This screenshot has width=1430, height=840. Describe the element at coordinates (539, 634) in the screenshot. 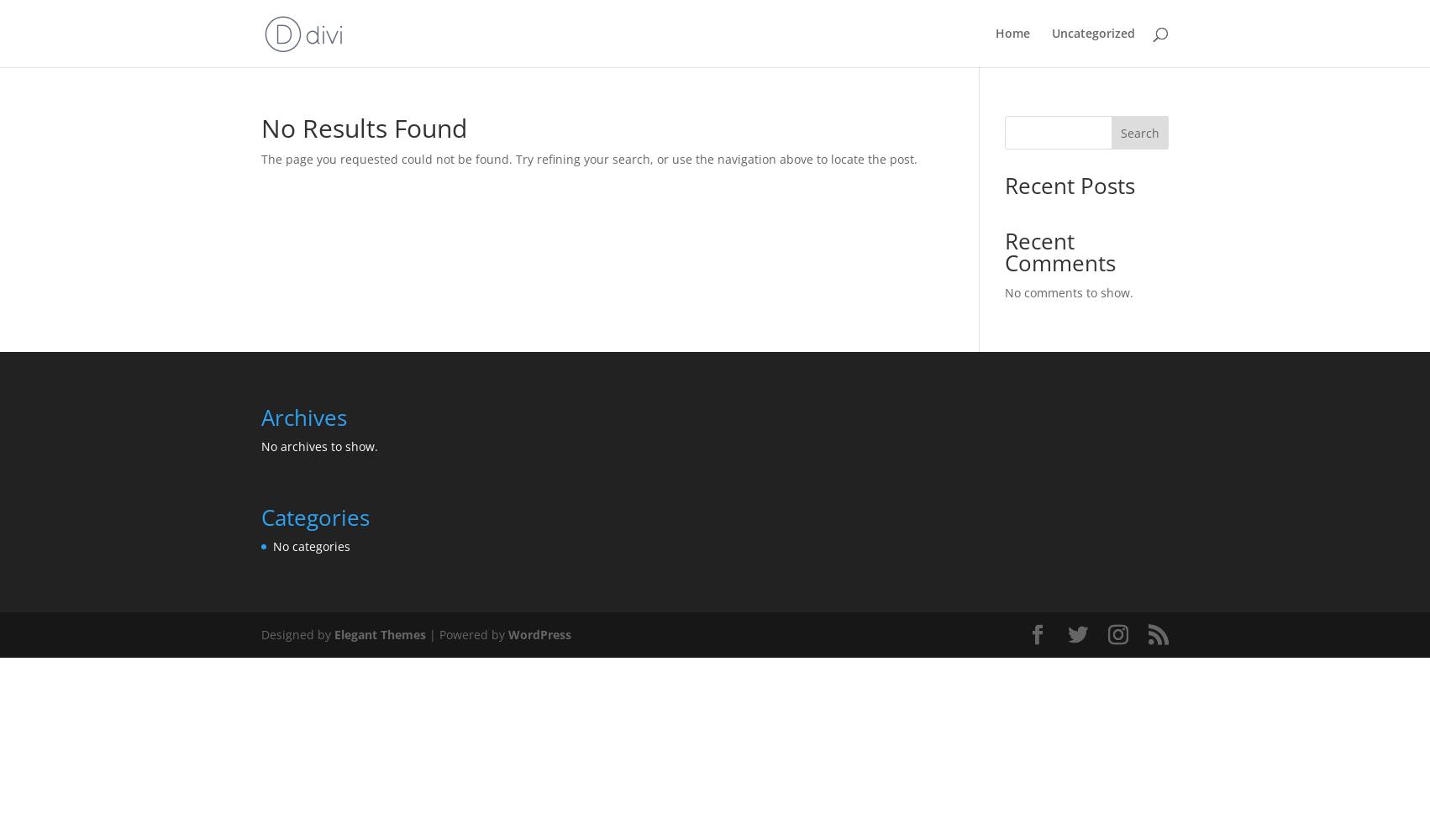

I see `'WordPress'` at that location.